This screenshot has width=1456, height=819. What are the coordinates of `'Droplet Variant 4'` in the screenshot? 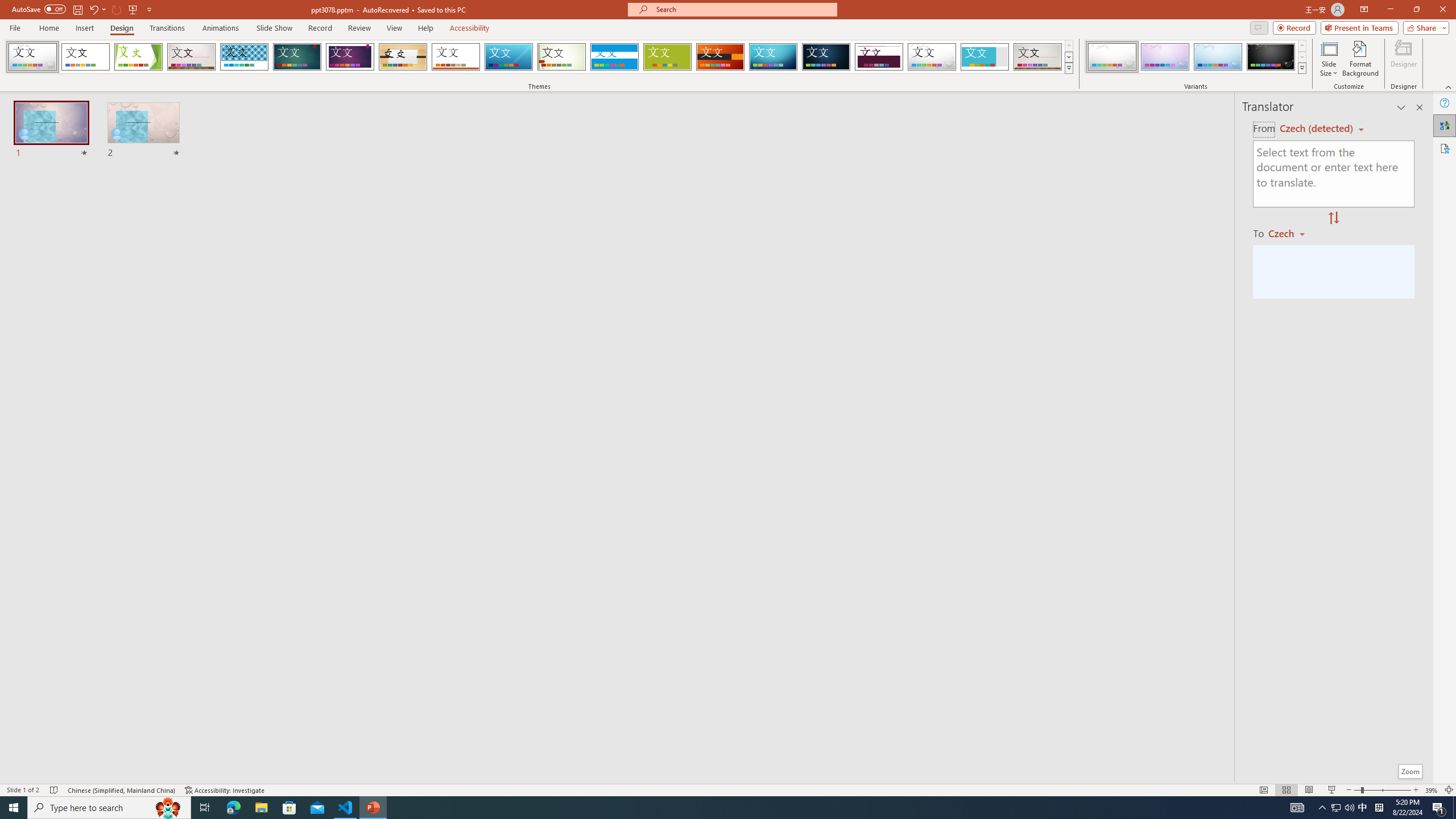 It's located at (1270, 56).